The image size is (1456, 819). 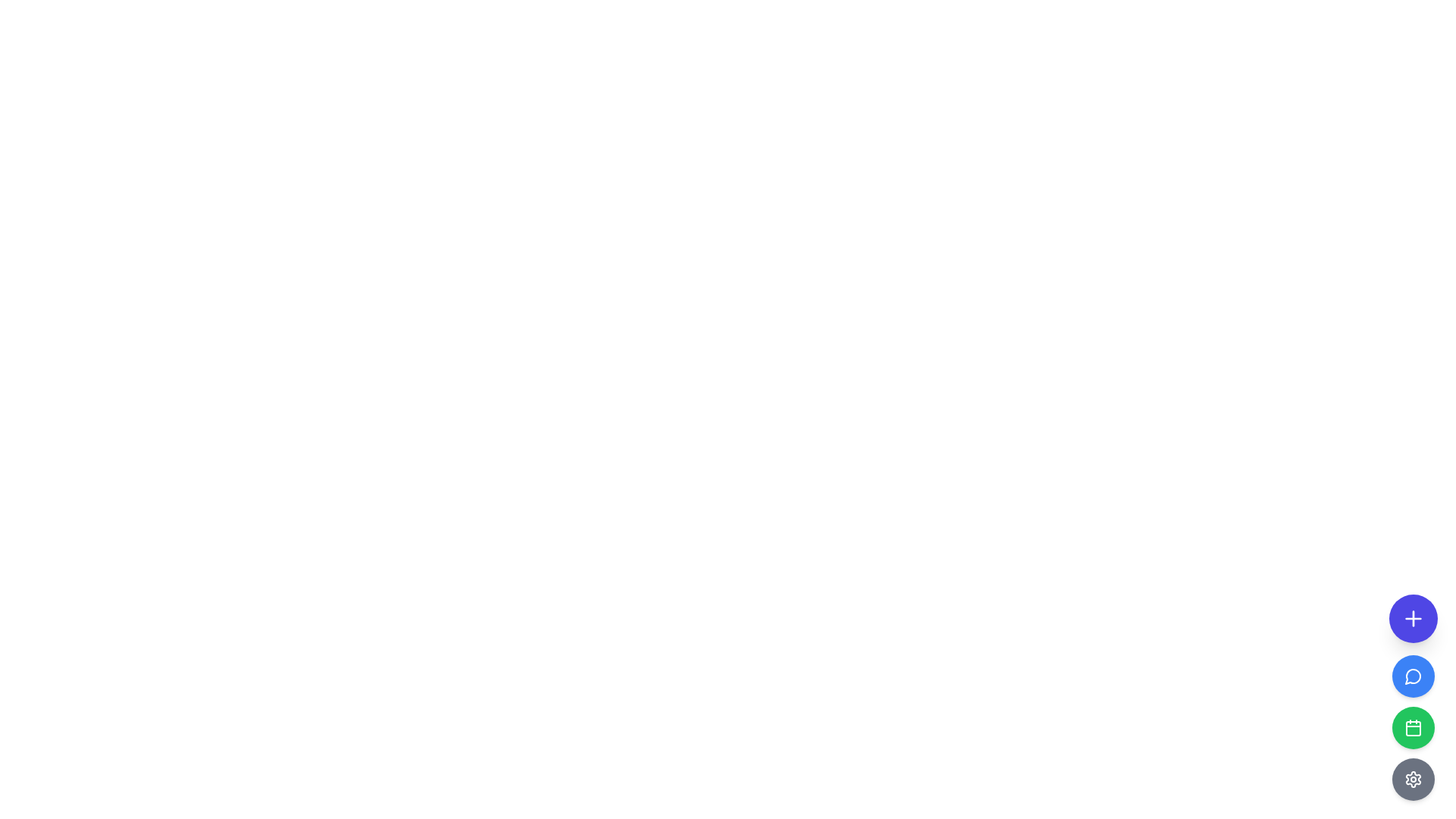 What do you see at coordinates (1412, 619) in the screenshot?
I see `the circular purple button with a white plus icon` at bounding box center [1412, 619].